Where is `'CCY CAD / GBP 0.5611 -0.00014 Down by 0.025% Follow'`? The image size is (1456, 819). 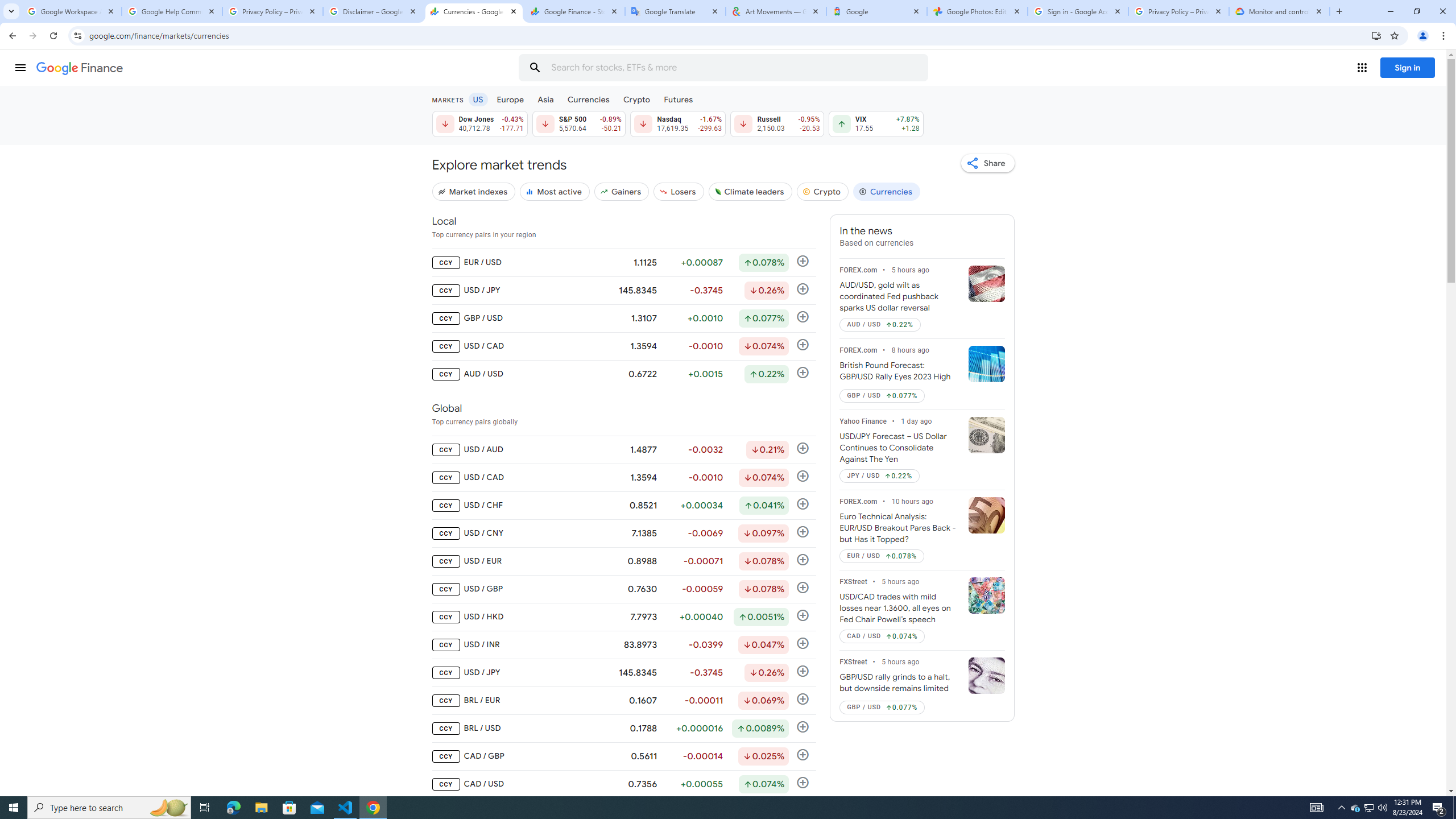
'CCY CAD / GBP 0.5611 -0.00014 Down by 0.025% Follow' is located at coordinates (623, 756).